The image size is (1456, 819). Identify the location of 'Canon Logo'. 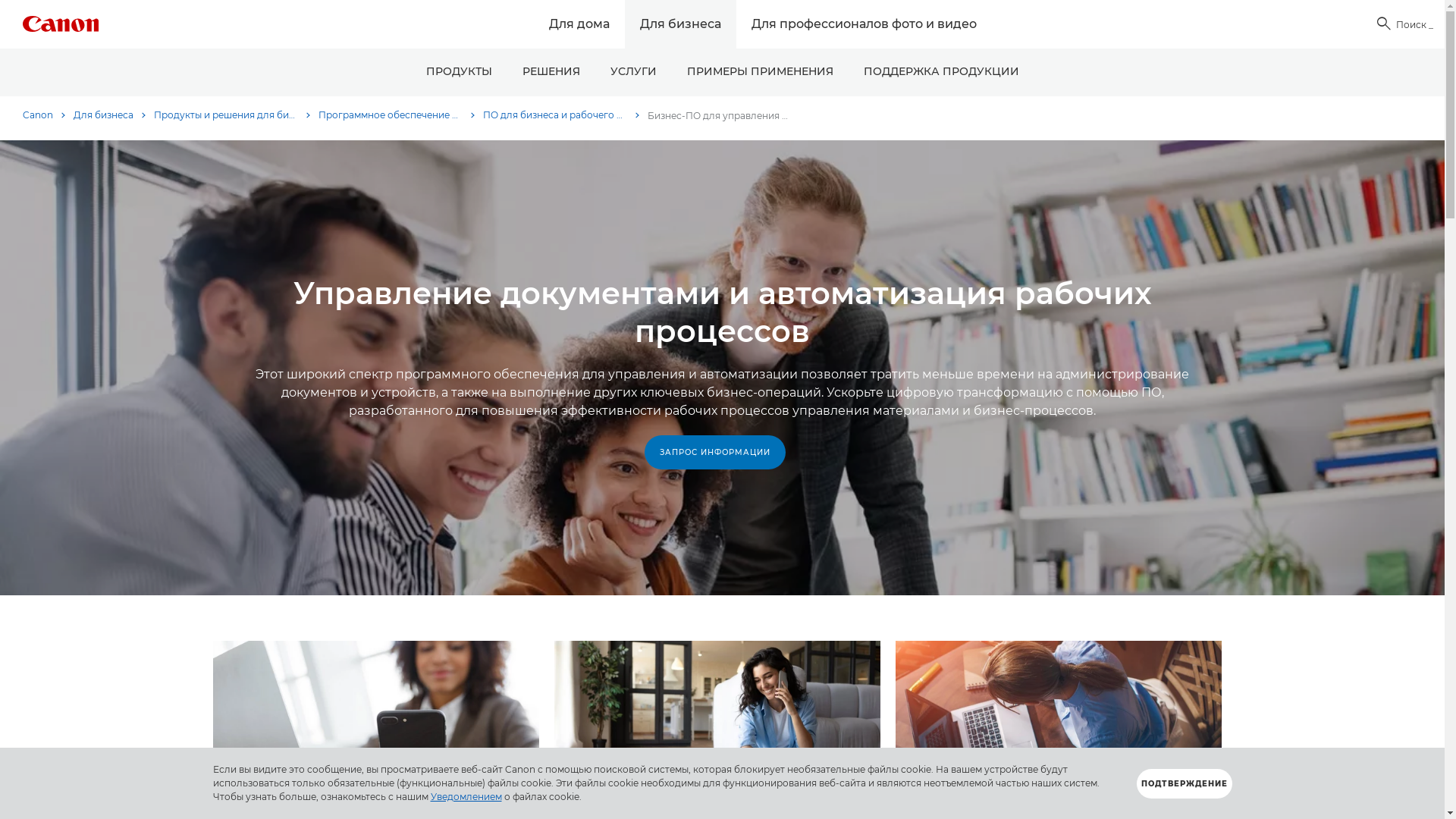
(22, 23).